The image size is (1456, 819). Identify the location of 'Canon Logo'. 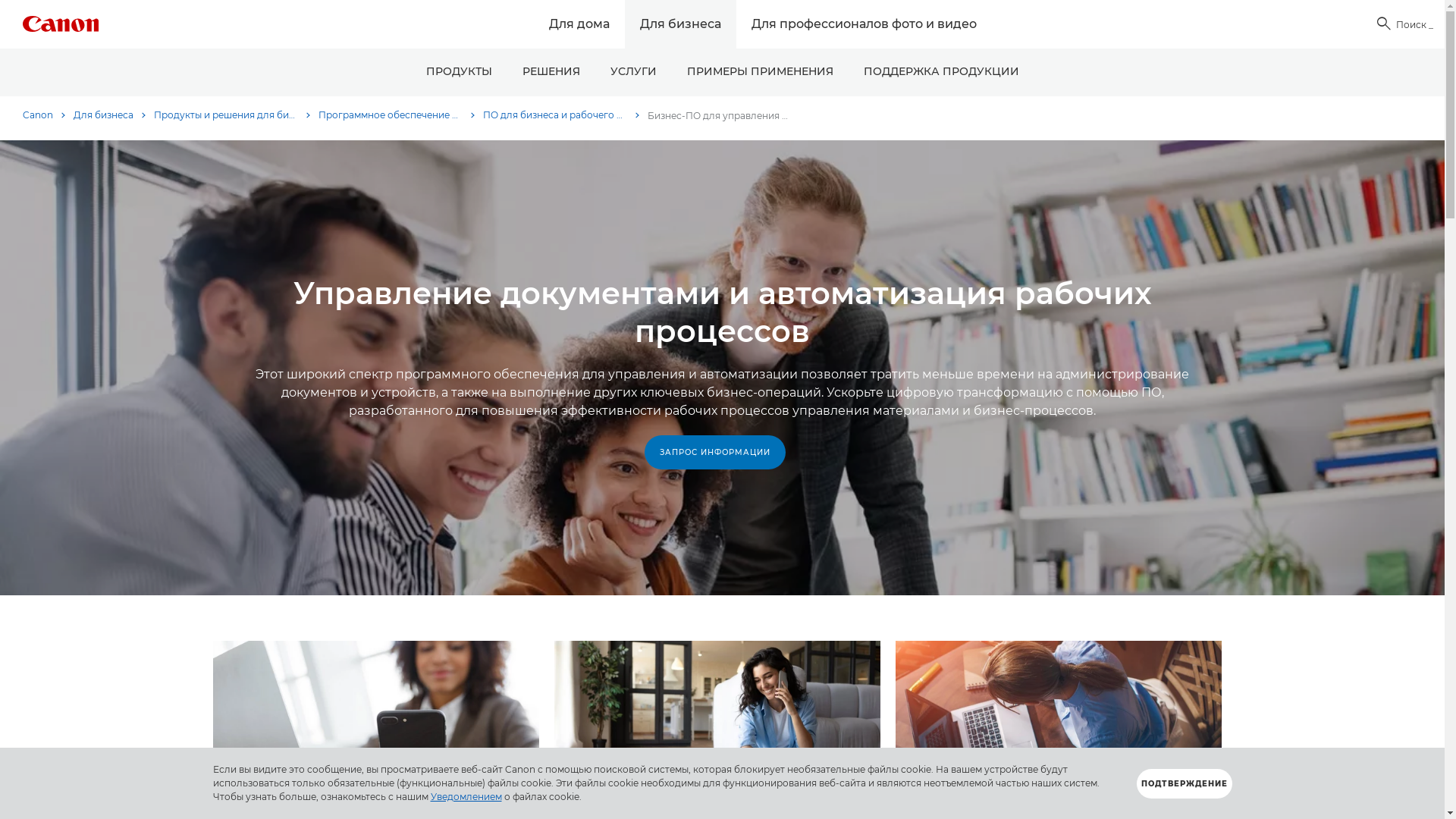
(22, 23).